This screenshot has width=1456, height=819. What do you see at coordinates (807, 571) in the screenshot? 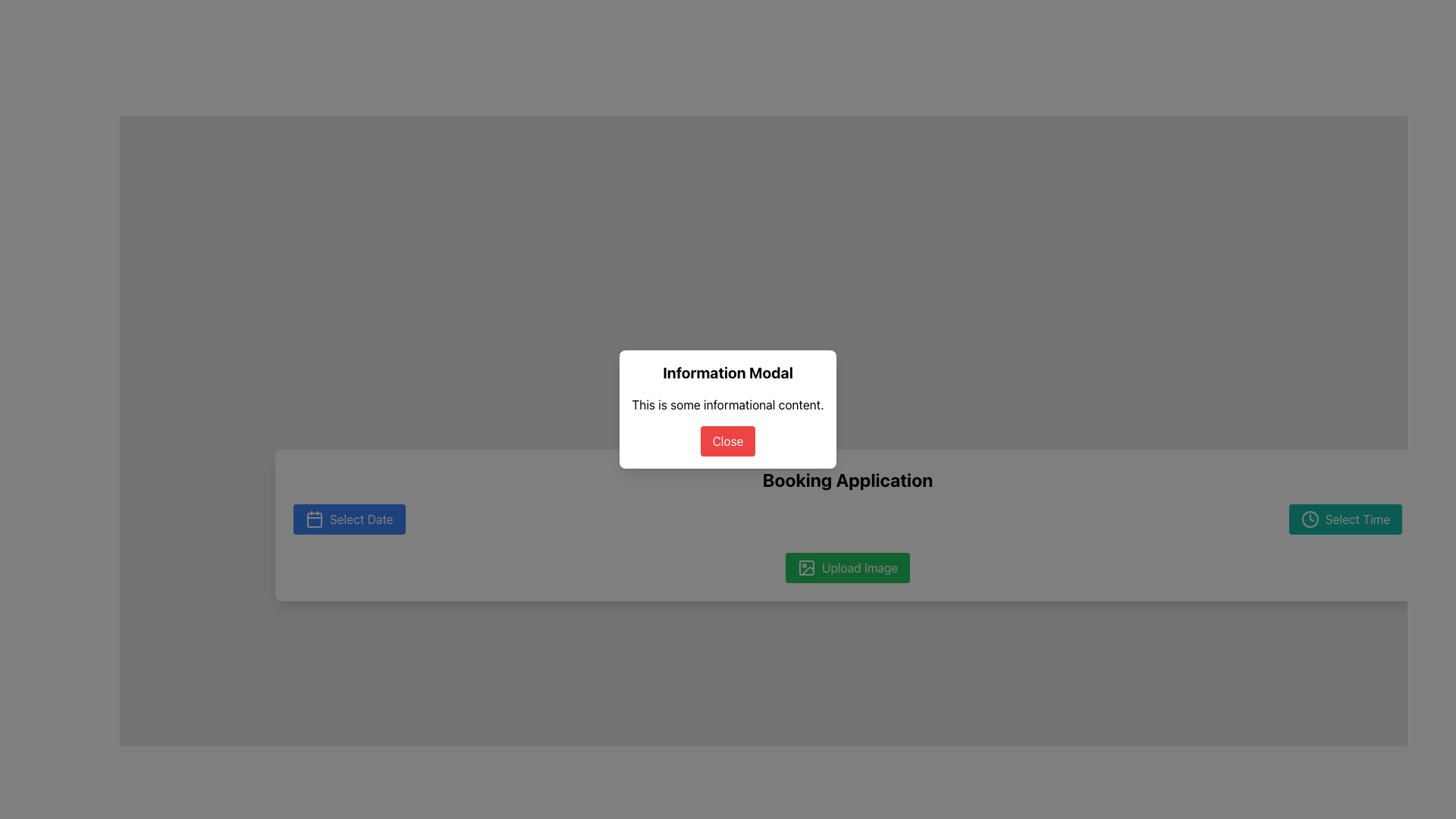
I see `the slanted line segment graphic element located in the bottom-right area of the icon next to the 'Upload Image' button` at bounding box center [807, 571].